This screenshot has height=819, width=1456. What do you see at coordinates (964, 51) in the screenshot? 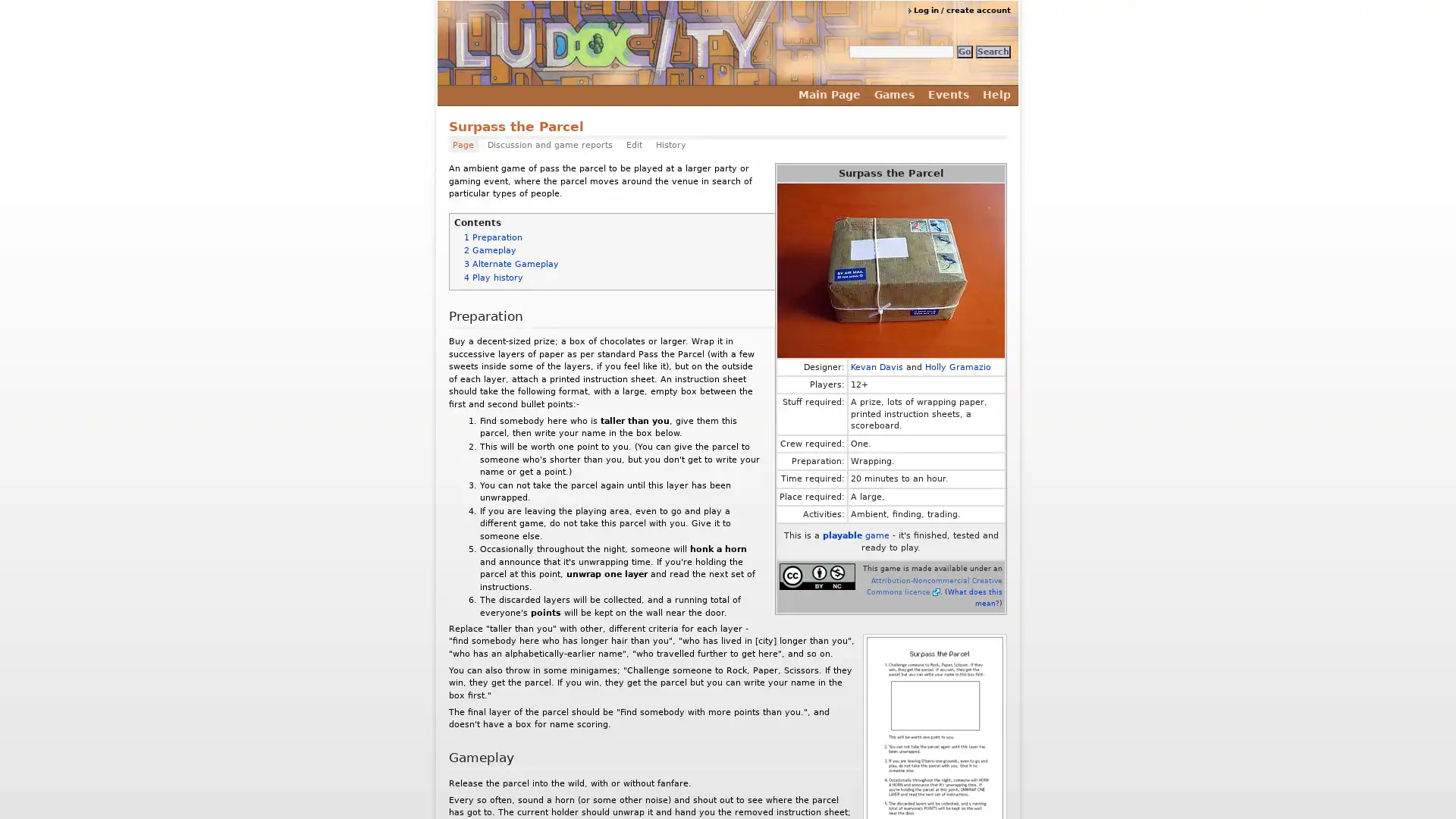
I see `Go` at bounding box center [964, 51].